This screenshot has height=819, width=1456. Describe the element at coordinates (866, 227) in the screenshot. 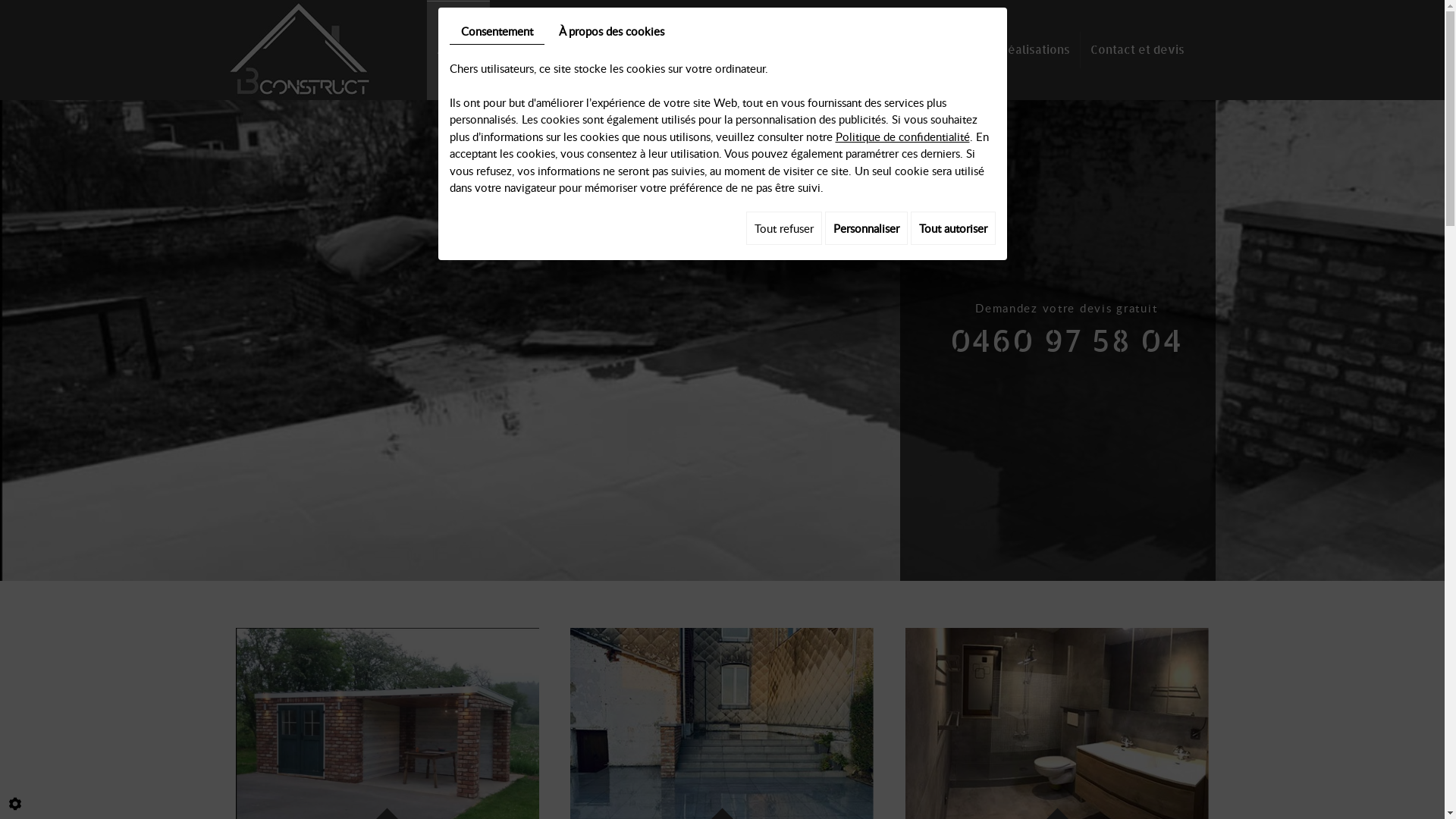

I see `'Personnaliser'` at that location.